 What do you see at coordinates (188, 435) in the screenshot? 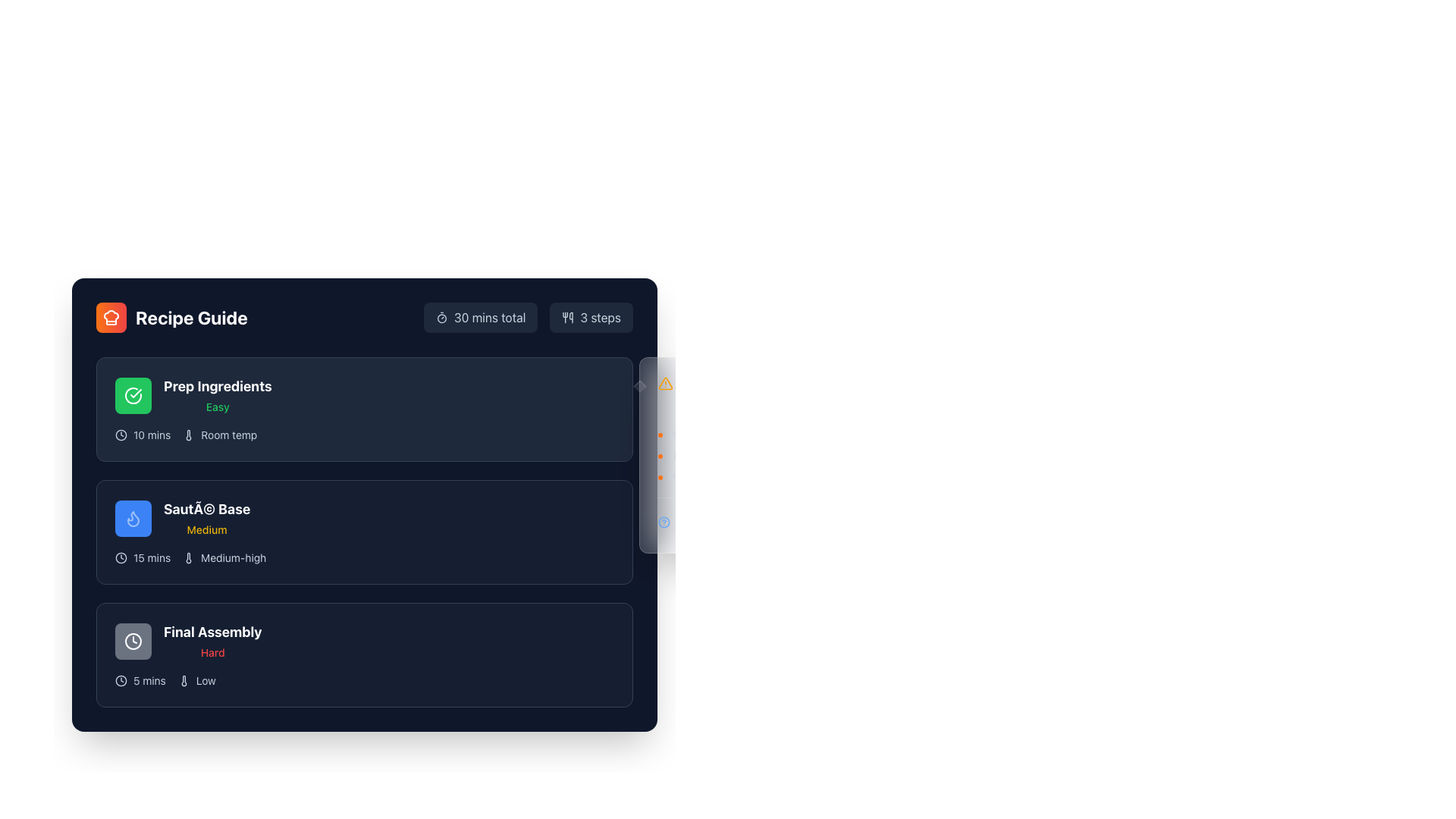
I see `the thermometer icon located to the left of the 'Room temp' text in the 'Prep Ingredients' section of the Recipe Guide interface` at bounding box center [188, 435].